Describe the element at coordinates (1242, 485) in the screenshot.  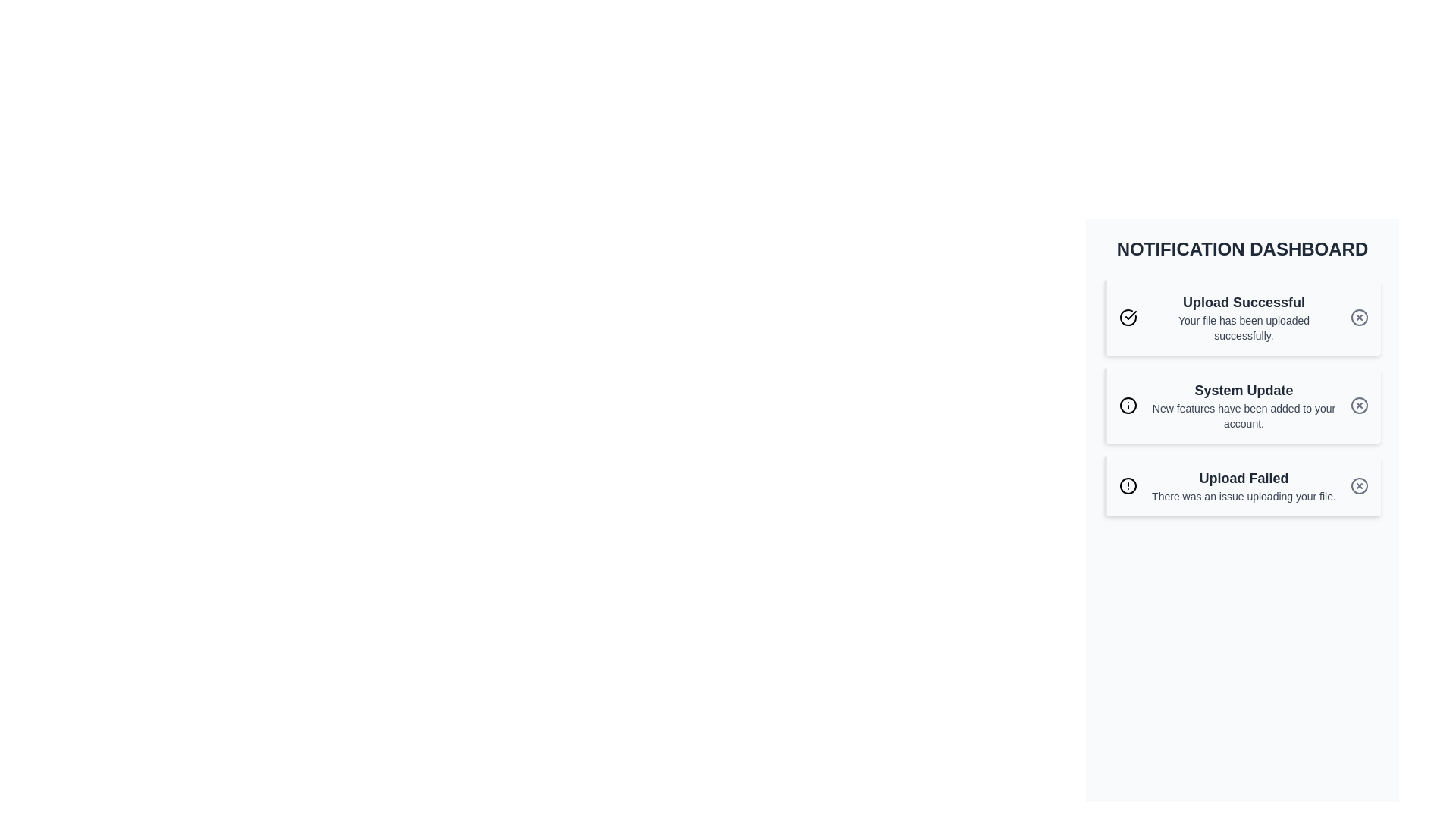
I see `the third notification alert in the Notification Dashboard section, which displays a red left border and the message 'Upload Failed'` at that location.